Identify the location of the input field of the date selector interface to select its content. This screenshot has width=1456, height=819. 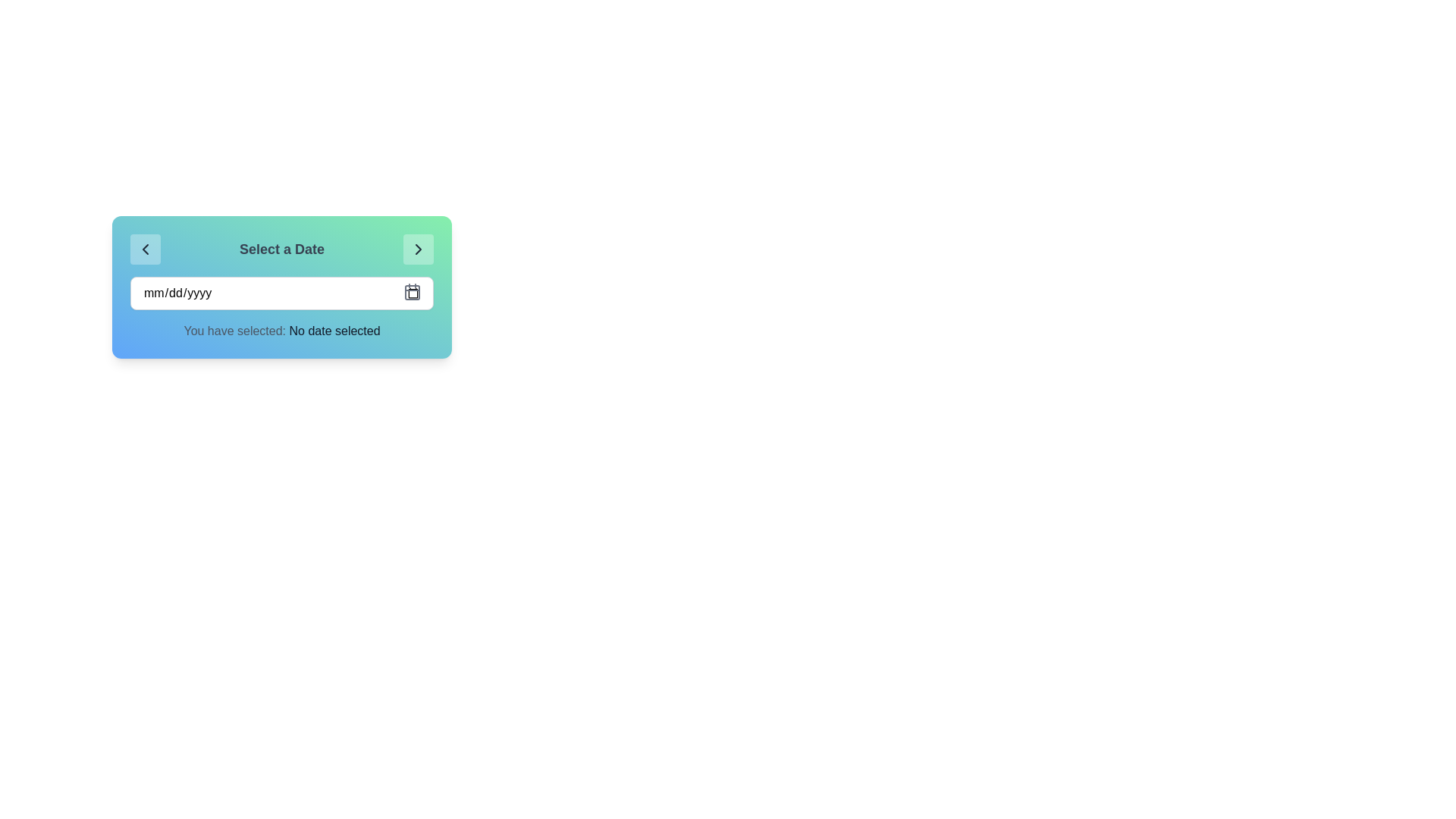
(282, 287).